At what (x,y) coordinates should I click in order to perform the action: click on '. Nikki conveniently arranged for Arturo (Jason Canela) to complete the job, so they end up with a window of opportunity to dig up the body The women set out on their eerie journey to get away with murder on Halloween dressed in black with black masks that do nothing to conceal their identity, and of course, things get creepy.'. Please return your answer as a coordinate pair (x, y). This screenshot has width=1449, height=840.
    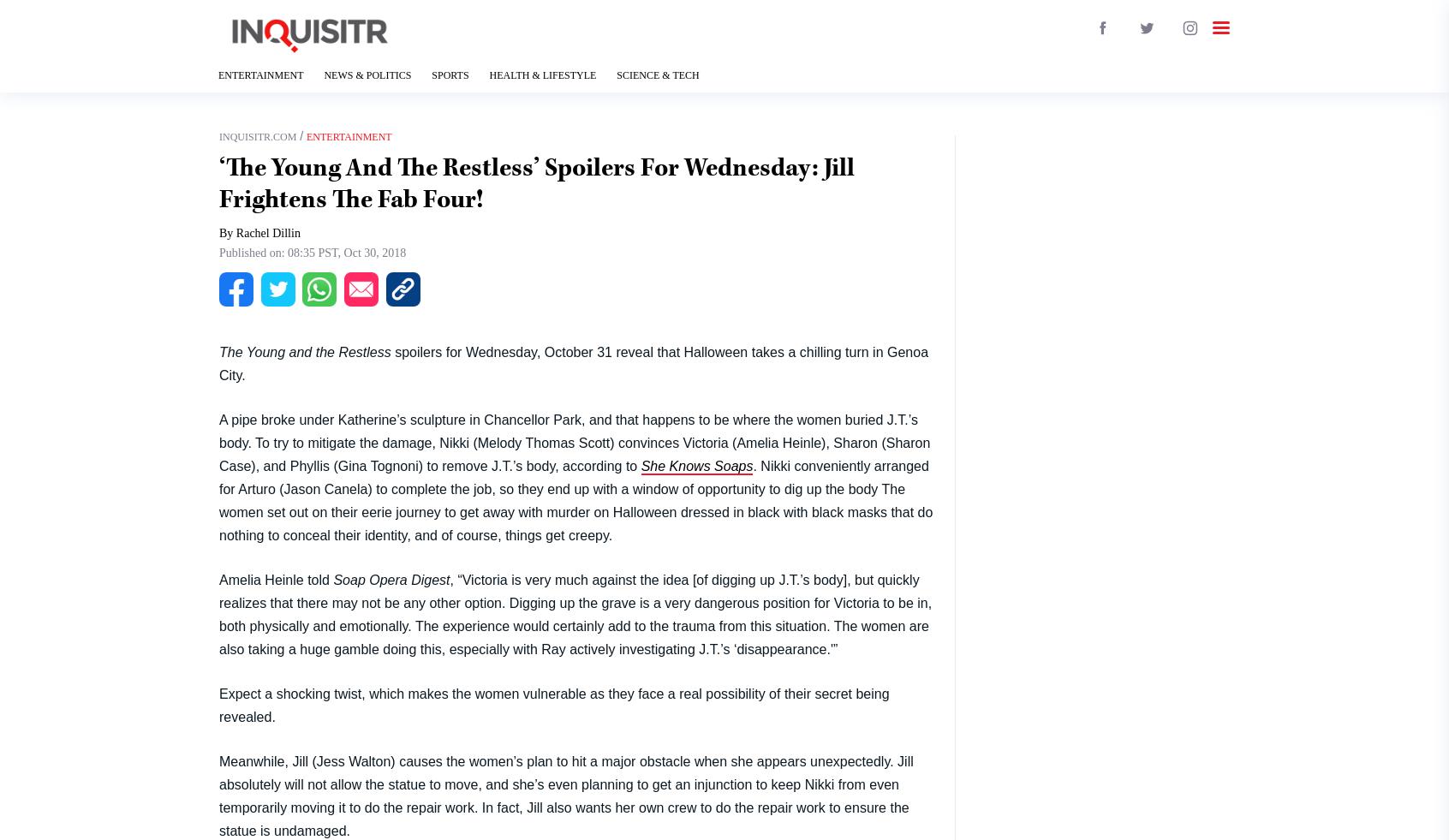
    Looking at the image, I should click on (575, 499).